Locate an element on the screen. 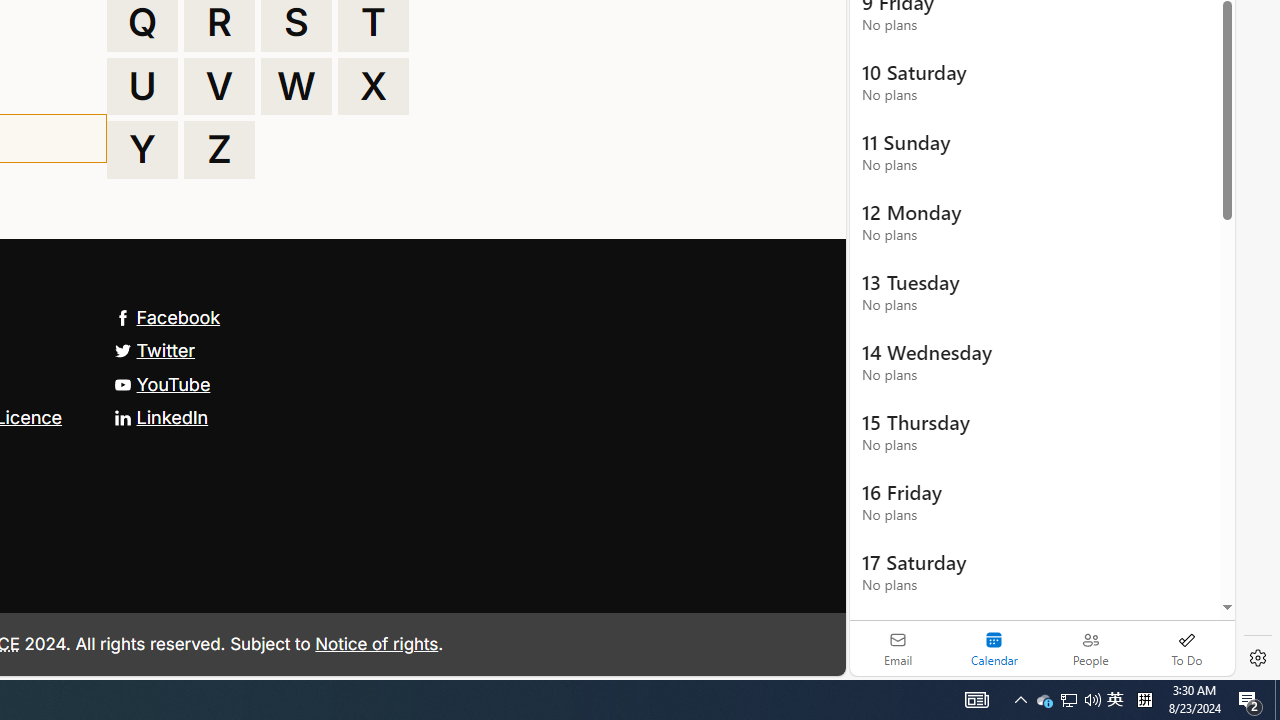 This screenshot has width=1280, height=720. 'X' is located at coordinates (373, 85).